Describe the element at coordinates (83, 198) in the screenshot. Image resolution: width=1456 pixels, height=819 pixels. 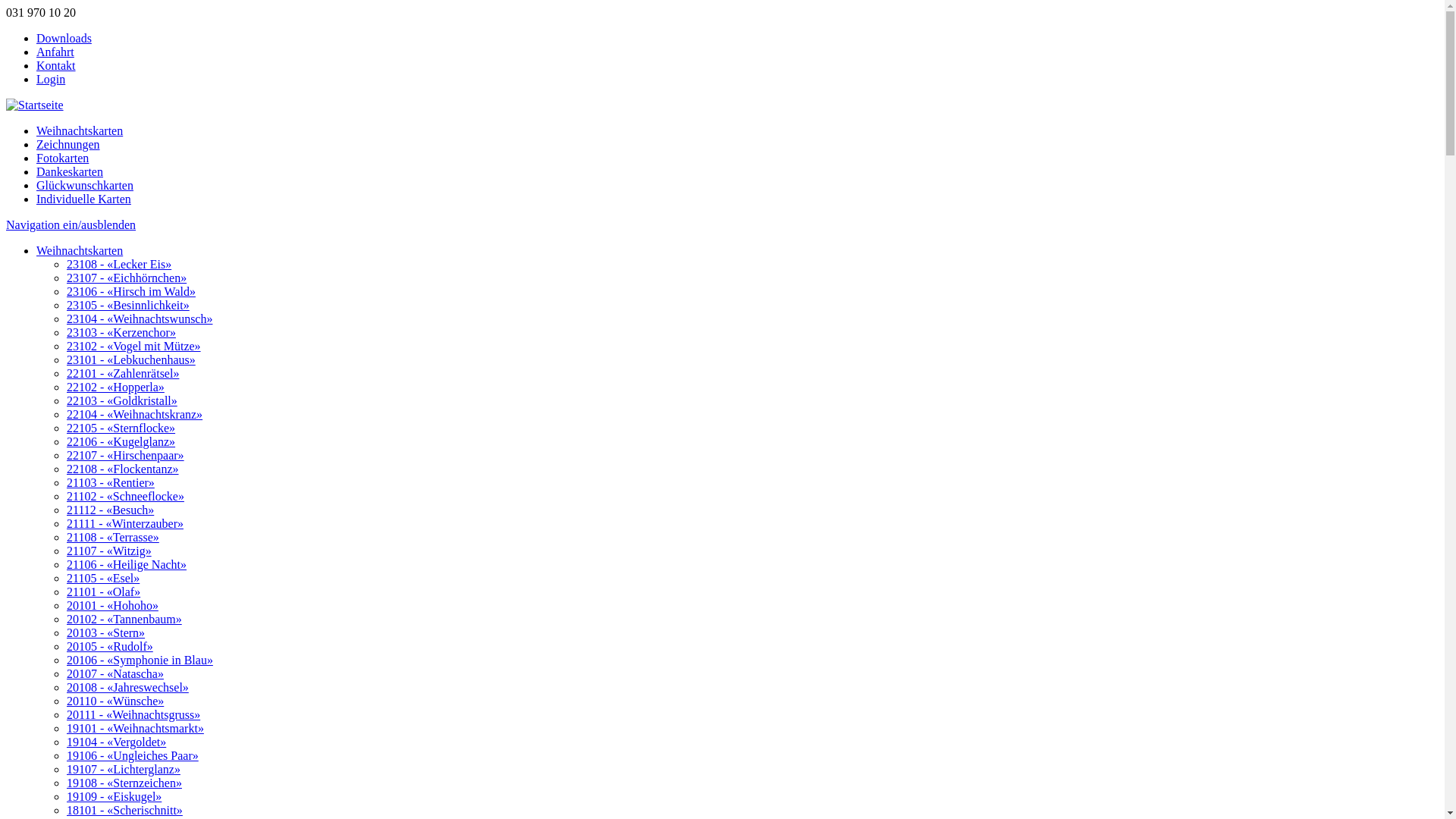
I see `'Individuelle Karten'` at that location.